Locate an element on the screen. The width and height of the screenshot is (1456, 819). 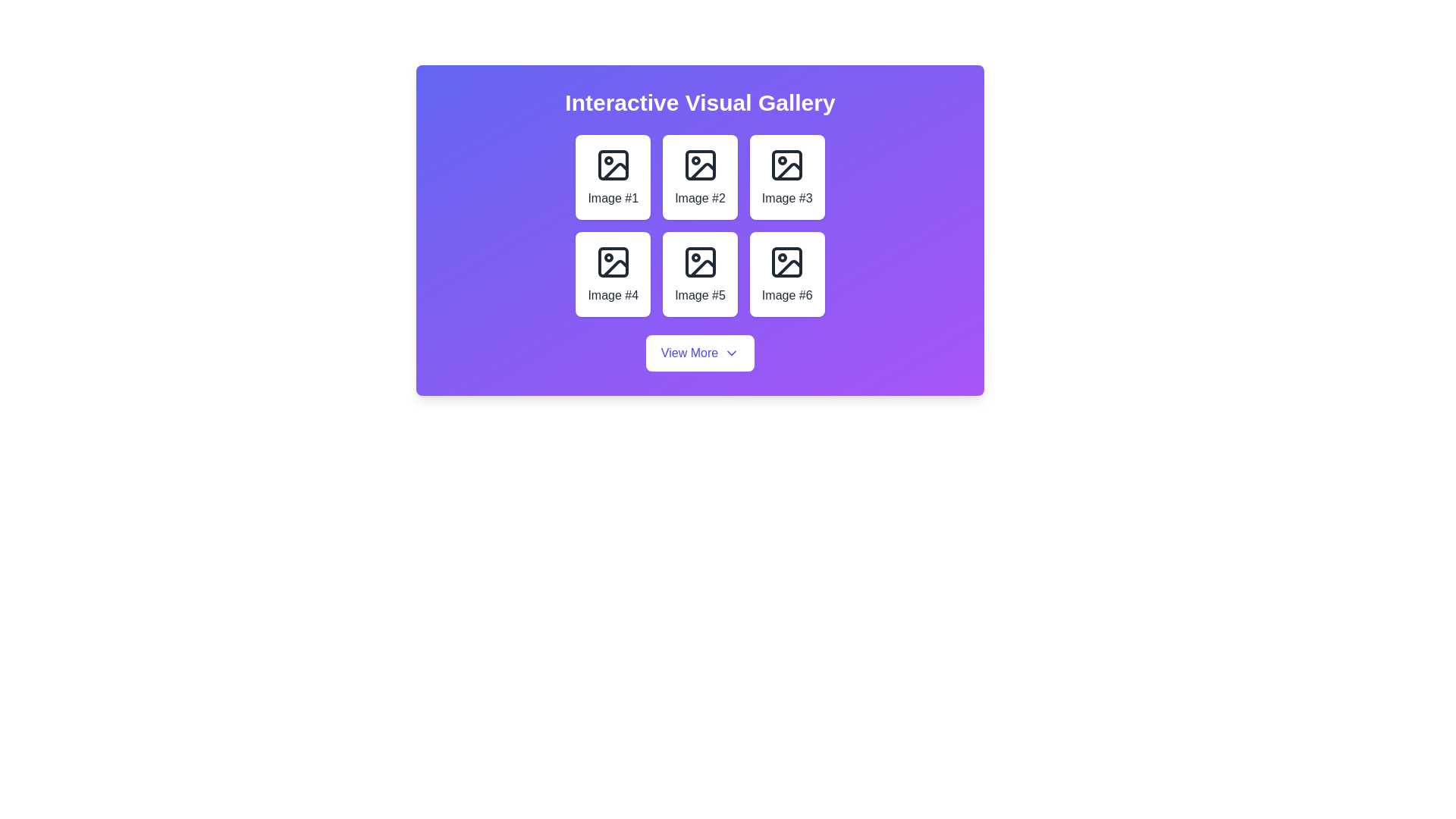
the text label indicating 'Image #6' located in the sixth tile of the 3x2 grid in the 'Interactive Visual Gallery' is located at coordinates (787, 295).